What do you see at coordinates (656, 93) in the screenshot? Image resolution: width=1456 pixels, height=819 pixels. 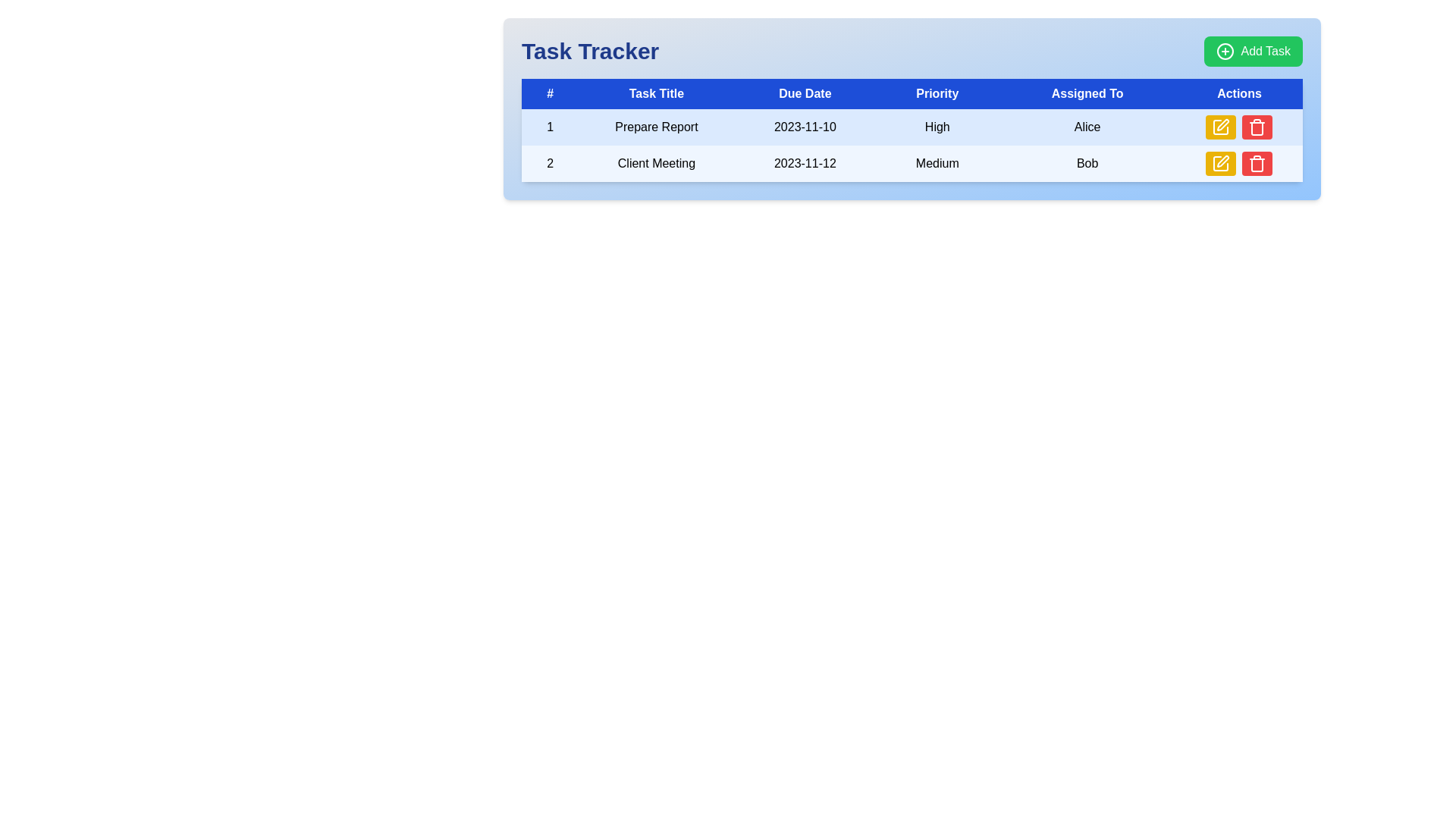 I see `the second column header labeled 'Task Title', which is a bold white text on a blue background in a table layout` at bounding box center [656, 93].